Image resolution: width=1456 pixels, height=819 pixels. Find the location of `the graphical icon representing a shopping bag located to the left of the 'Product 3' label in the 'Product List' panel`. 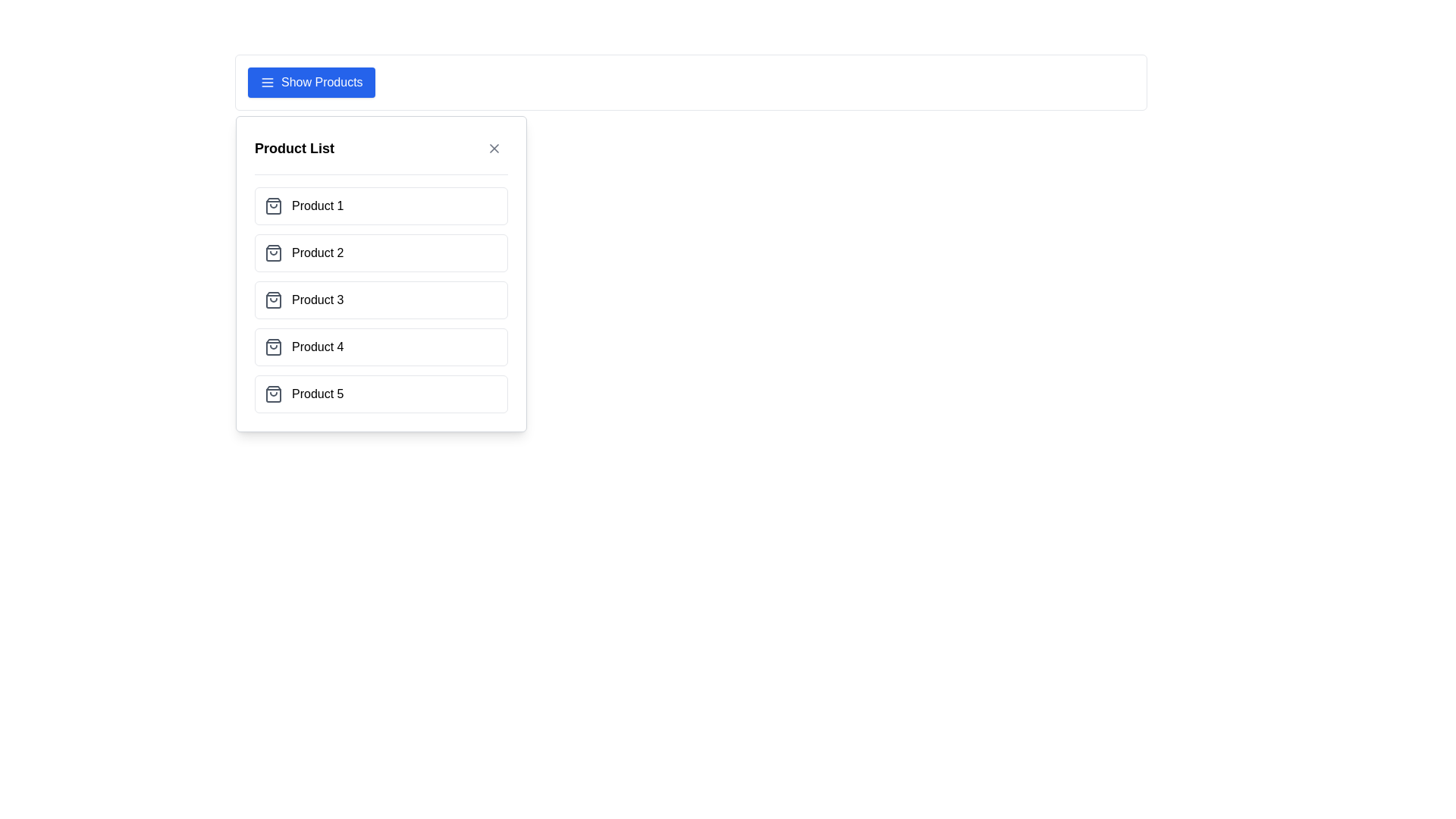

the graphical icon representing a shopping bag located to the left of the 'Product 3' label in the 'Product List' panel is located at coordinates (273, 300).